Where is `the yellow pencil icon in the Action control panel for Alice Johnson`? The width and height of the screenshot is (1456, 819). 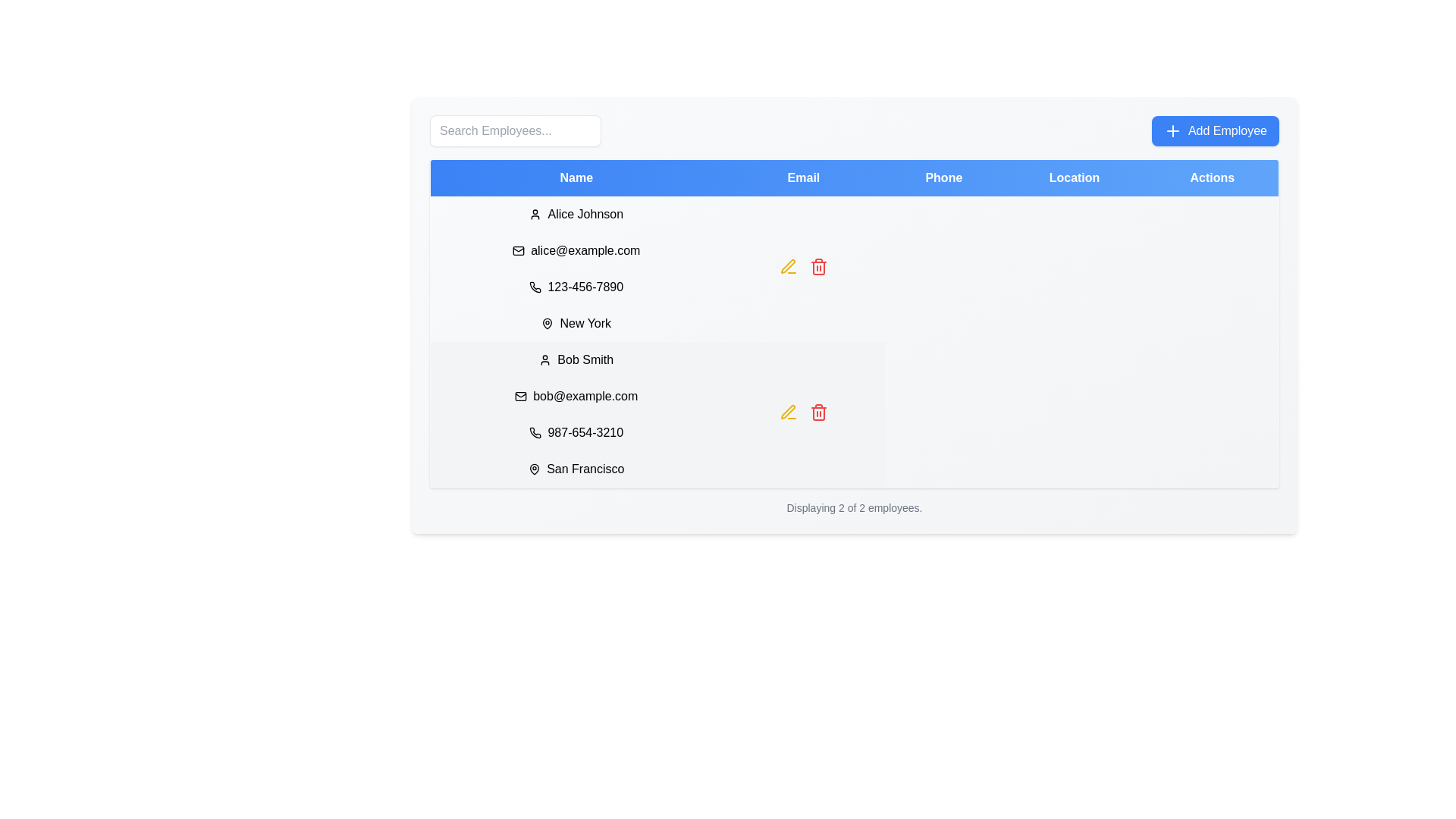
the yellow pencil icon in the Action control panel for Alice Johnson is located at coordinates (802, 268).